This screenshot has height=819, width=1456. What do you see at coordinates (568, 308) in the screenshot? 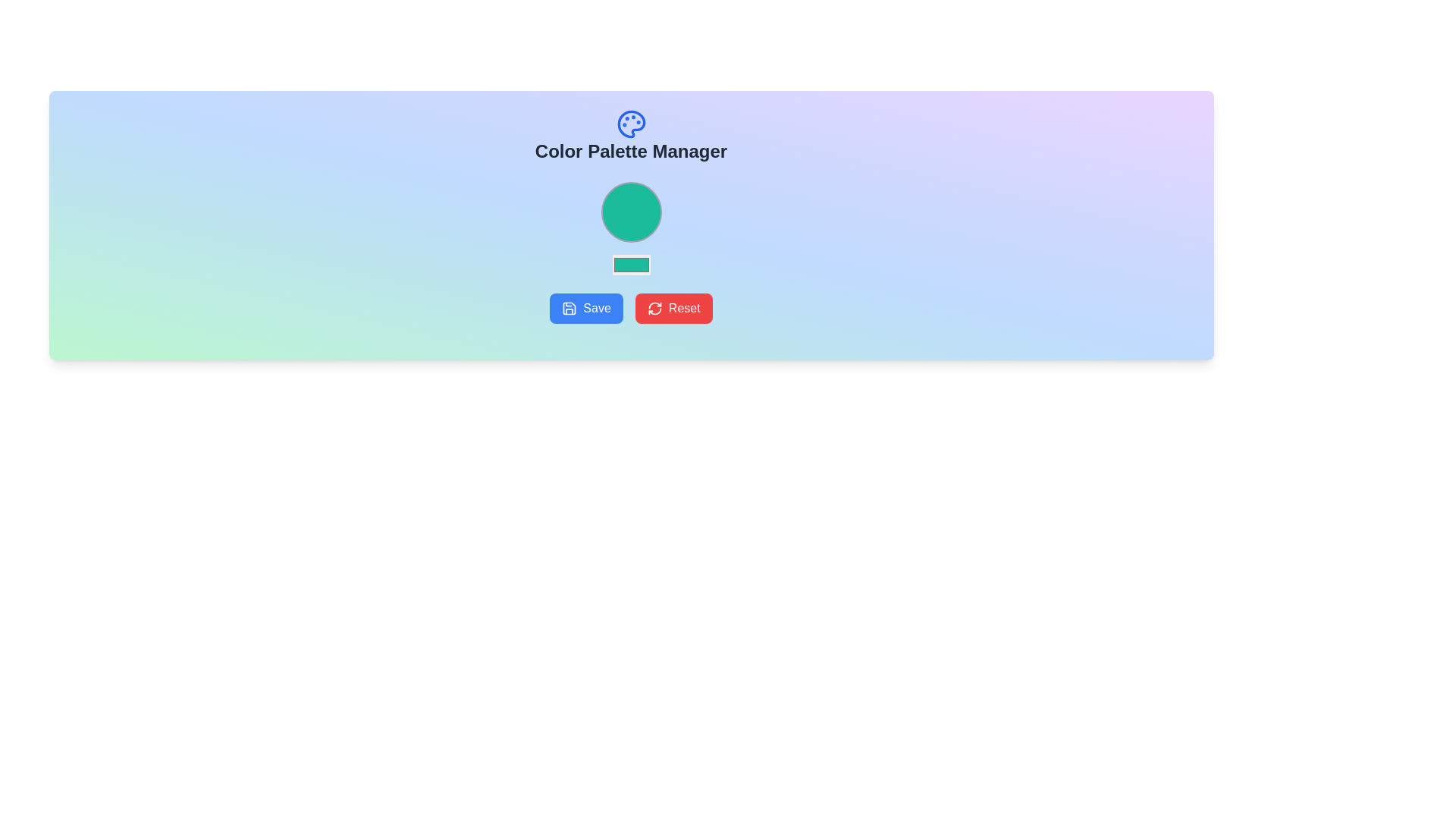
I see `the 'Save' button, which is a blue button containing a floppy disk icon and labeled with white text 'Save', located in the lower central area of the interface` at bounding box center [568, 308].